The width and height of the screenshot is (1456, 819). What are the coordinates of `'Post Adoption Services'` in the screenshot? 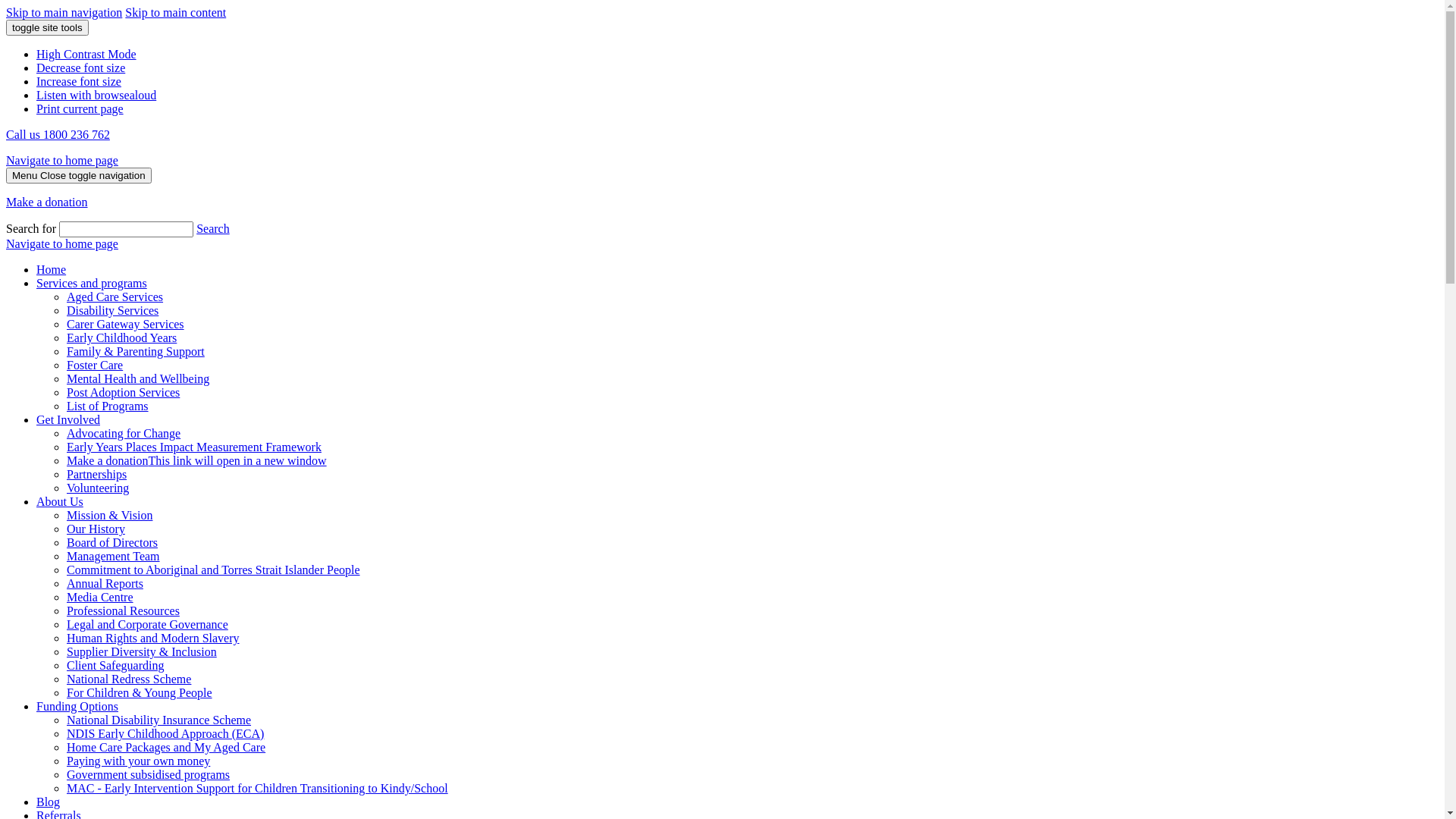 It's located at (123, 391).